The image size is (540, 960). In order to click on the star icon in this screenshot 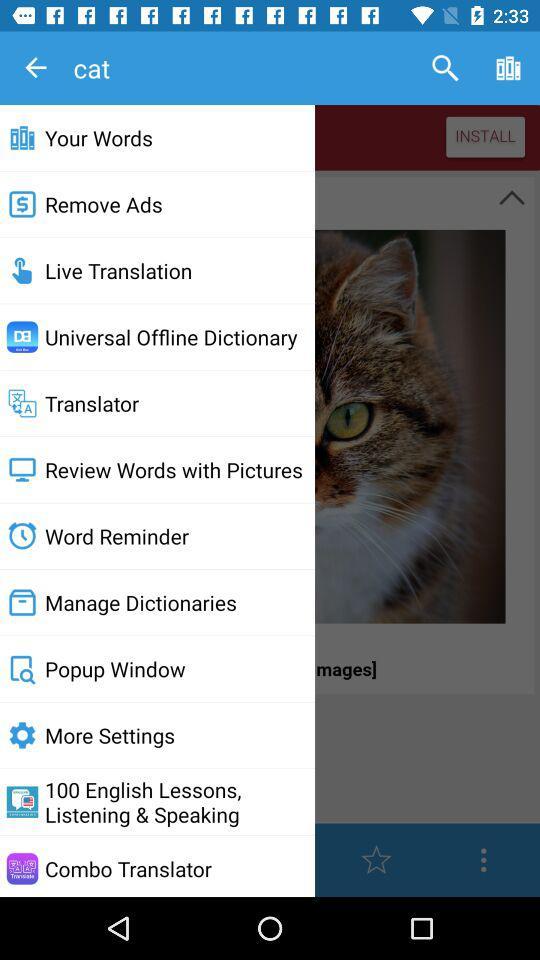, I will do `click(376, 859)`.